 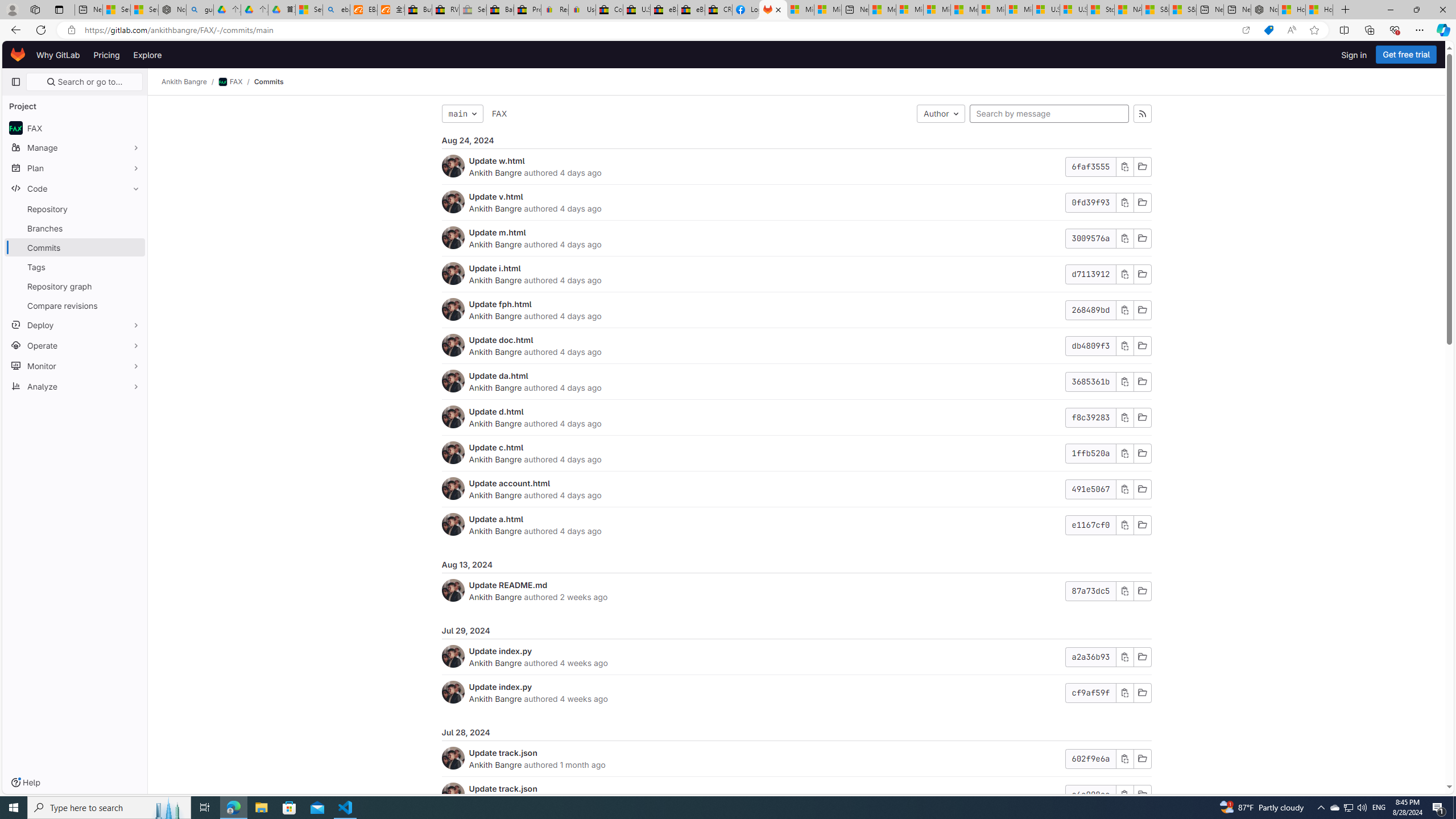 I want to click on 'eBay Inc. Reports Third Quarter 2023 Results', so click(x=691, y=9).